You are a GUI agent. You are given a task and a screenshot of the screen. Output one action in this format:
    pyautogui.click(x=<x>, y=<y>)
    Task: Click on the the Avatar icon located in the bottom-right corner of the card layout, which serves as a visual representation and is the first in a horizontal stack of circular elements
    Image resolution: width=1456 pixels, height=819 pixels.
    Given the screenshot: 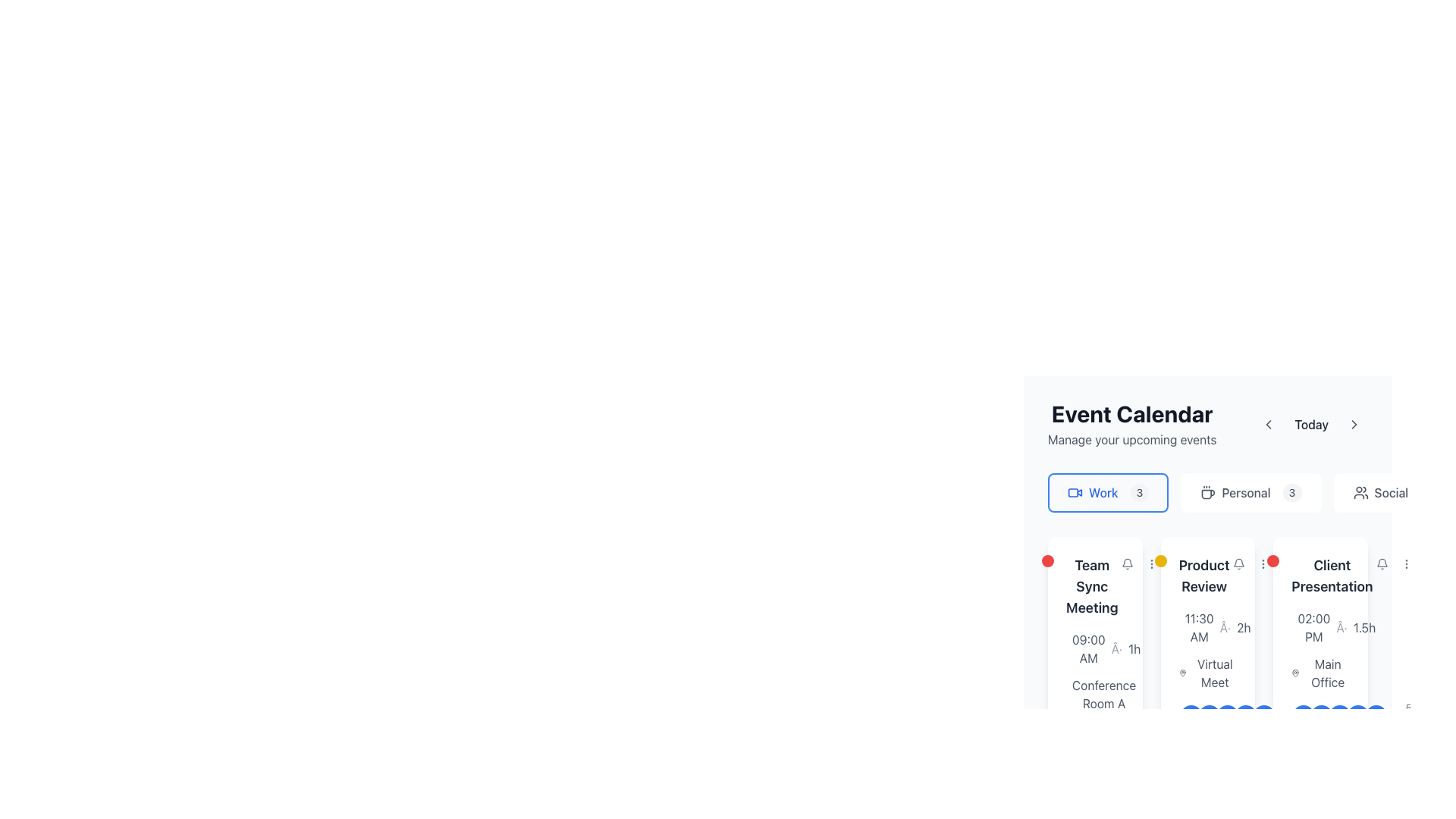 What is the action you would take?
    pyautogui.click(x=1190, y=716)
    